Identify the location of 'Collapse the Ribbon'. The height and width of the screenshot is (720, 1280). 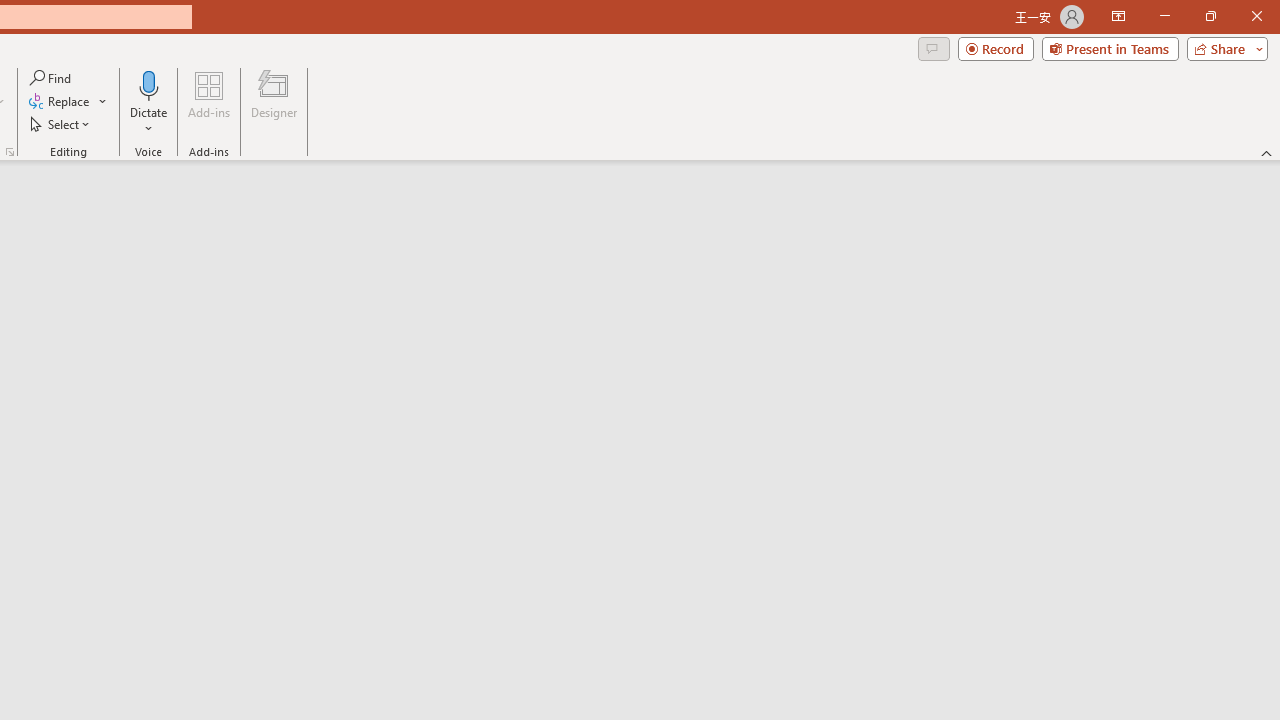
(1266, 152).